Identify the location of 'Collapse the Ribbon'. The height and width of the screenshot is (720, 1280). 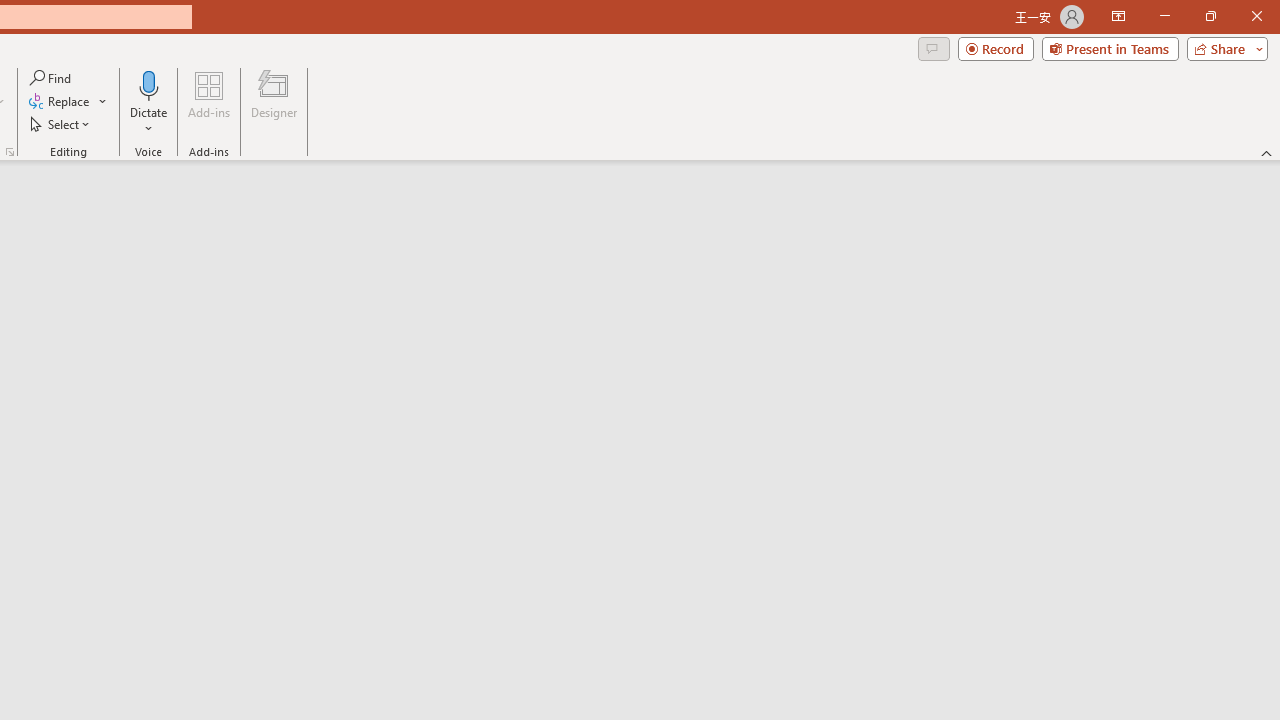
(1266, 152).